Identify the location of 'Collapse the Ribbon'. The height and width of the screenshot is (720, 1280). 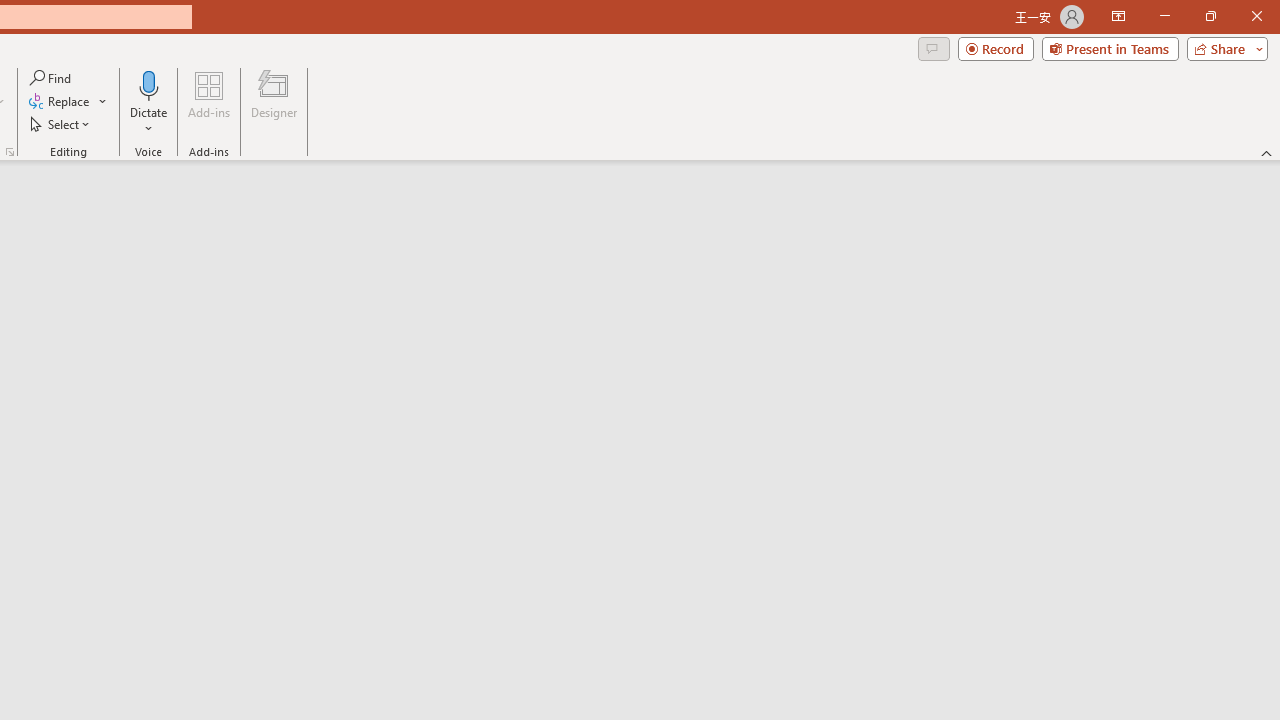
(1266, 152).